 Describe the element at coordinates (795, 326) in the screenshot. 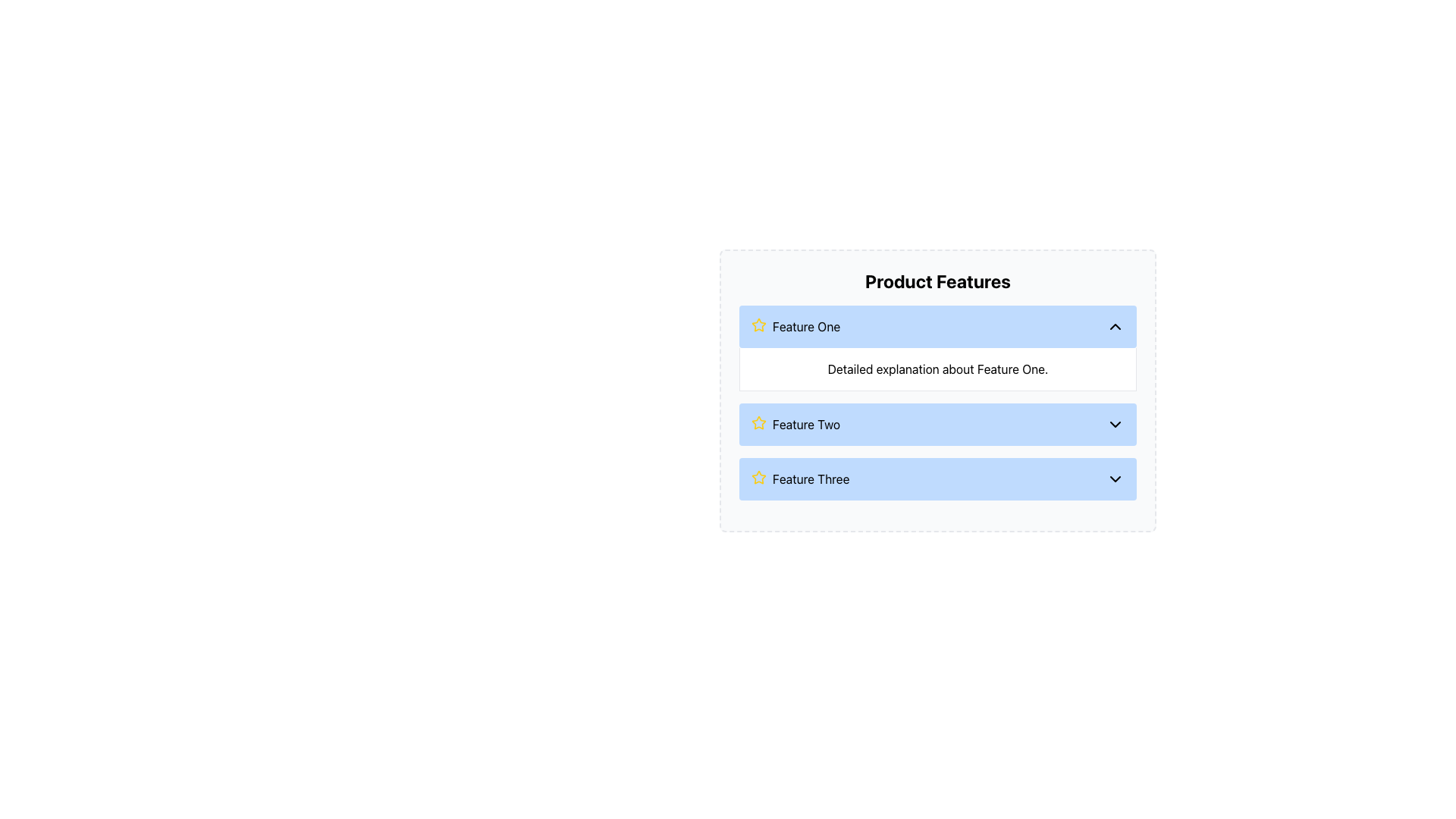

I see `the label with an icon located in the top-left corner of the blue bar titled 'Feature One', which is part of the product features panel` at that location.